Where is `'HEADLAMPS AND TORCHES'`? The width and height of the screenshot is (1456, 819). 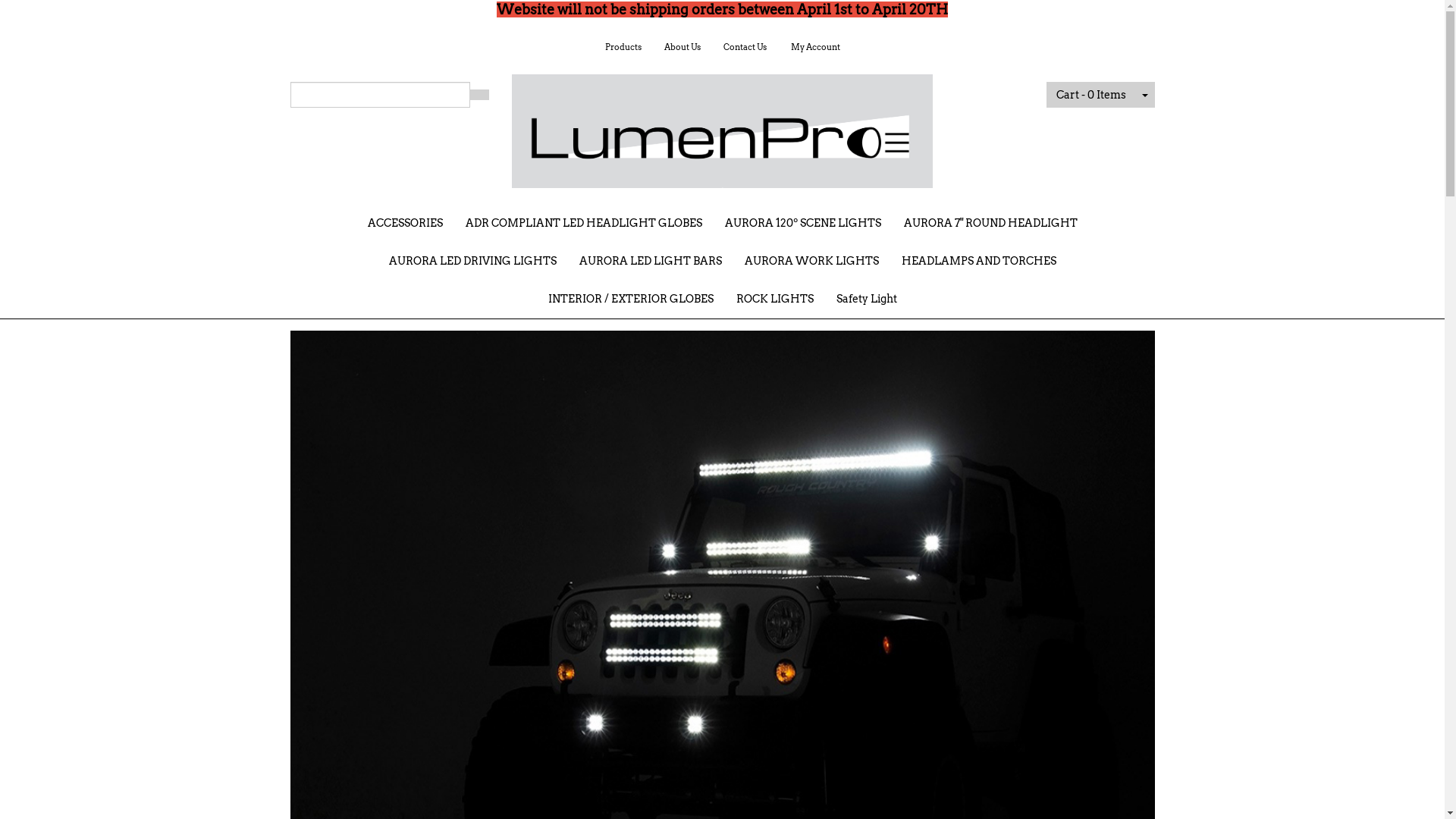
'HEADLAMPS AND TORCHES' is located at coordinates (979, 259).